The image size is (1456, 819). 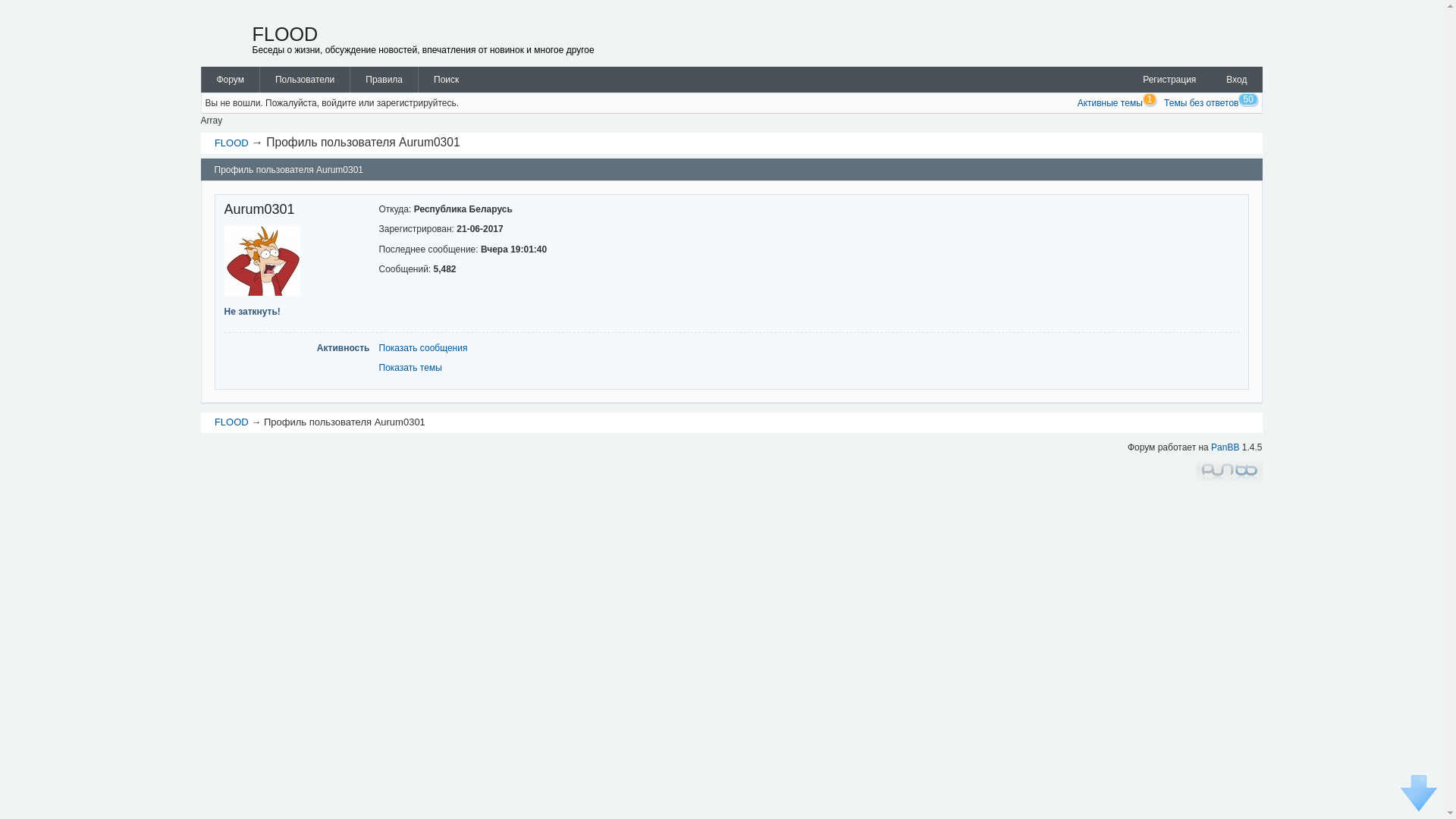 I want to click on 'FLOOD', so click(x=214, y=143).